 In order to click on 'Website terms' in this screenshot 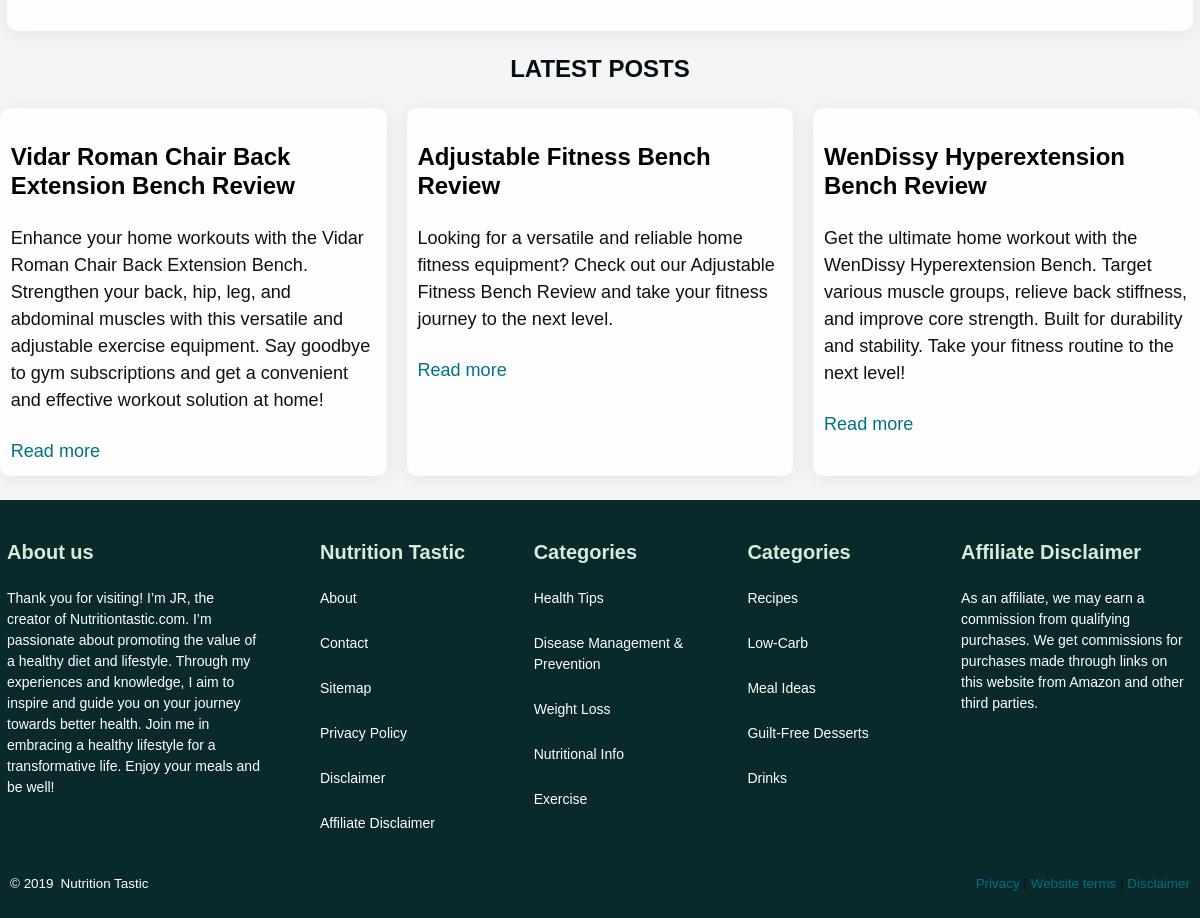, I will do `click(1072, 882)`.